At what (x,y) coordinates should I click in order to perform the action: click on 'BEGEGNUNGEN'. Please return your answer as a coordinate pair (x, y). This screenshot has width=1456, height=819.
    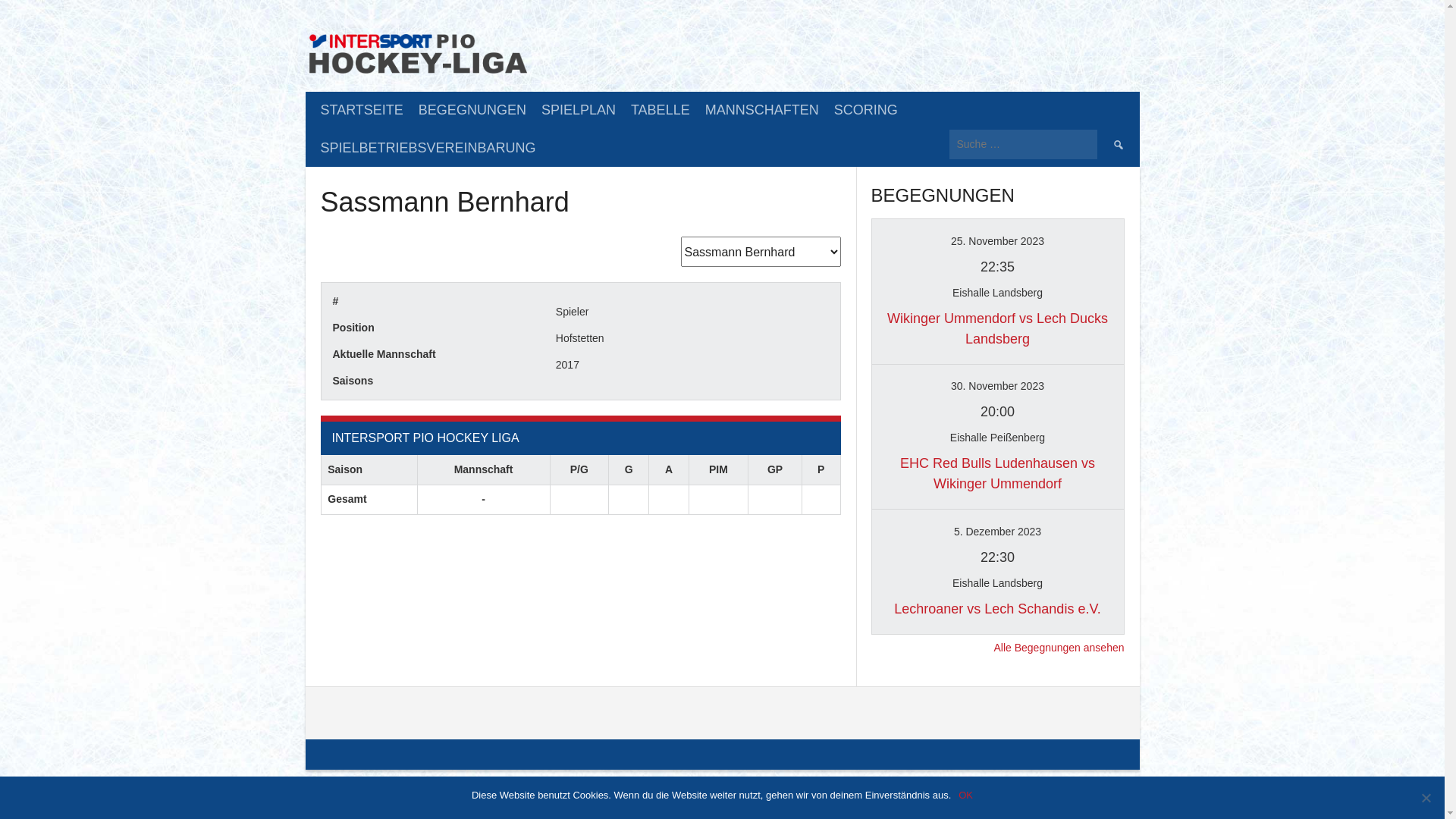
    Looking at the image, I should click on (411, 110).